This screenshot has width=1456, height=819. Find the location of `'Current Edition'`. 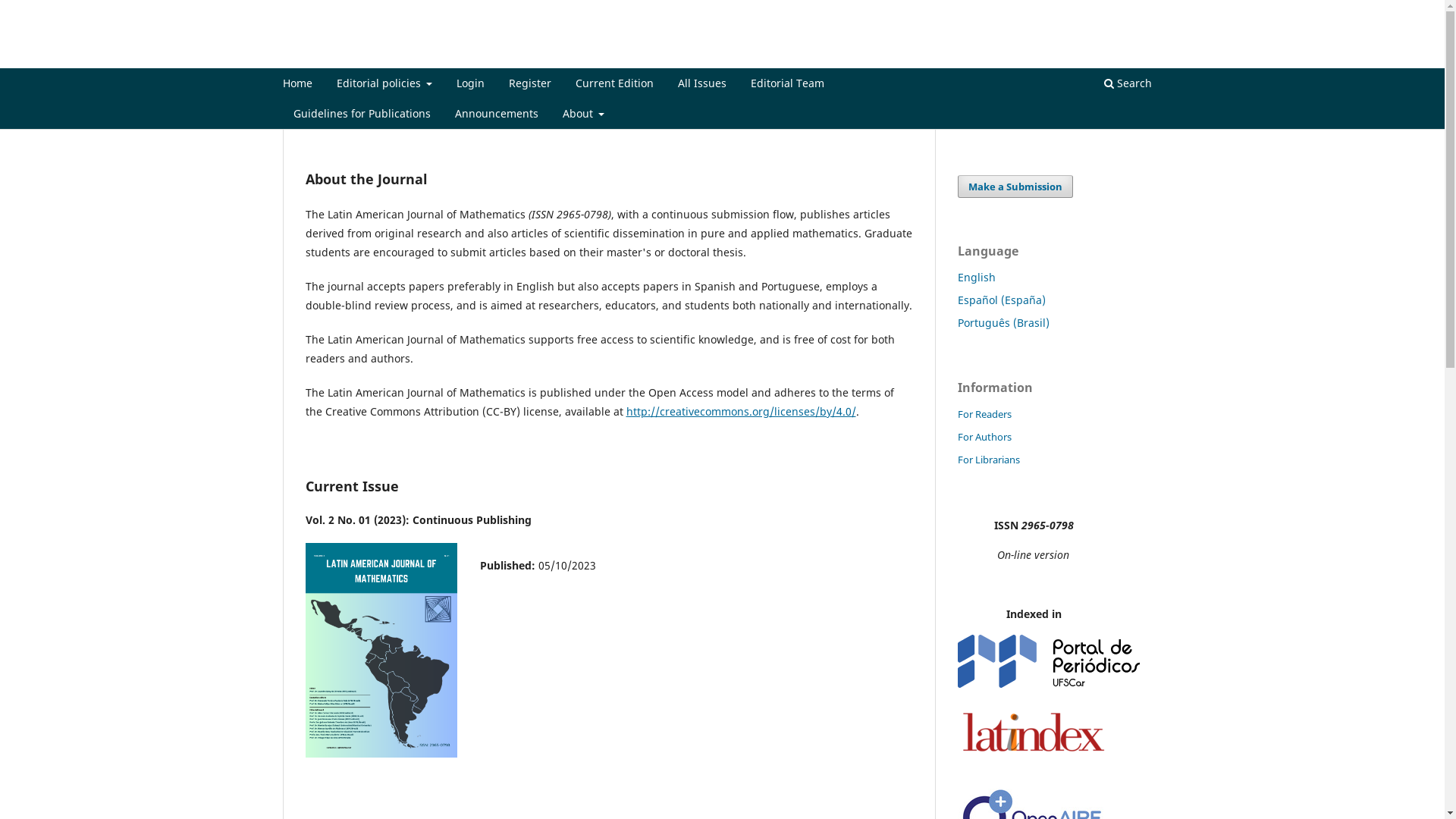

'Current Edition' is located at coordinates (614, 85).